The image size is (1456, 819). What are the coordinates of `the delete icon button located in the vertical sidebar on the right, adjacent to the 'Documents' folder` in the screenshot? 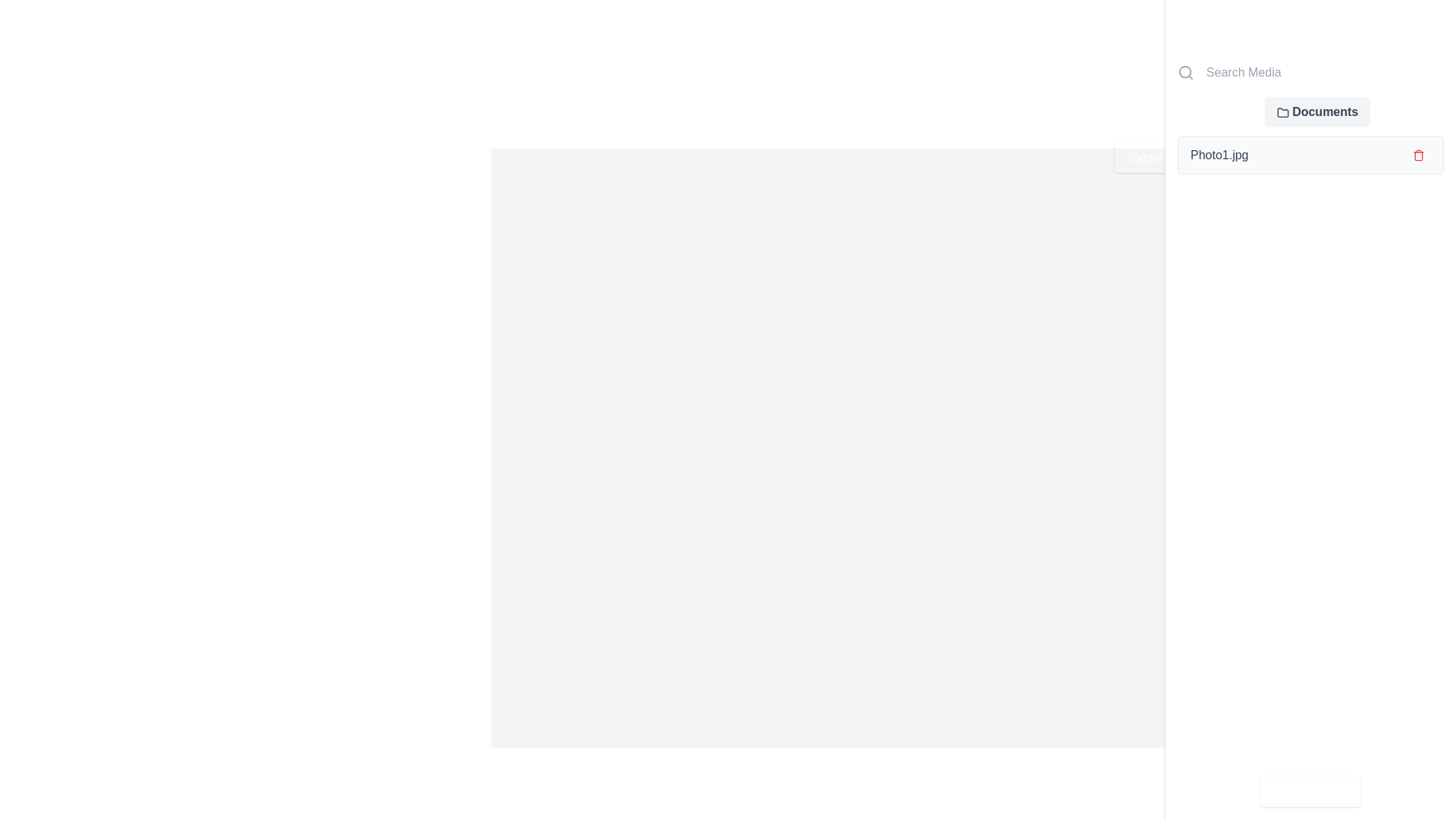 It's located at (1418, 155).